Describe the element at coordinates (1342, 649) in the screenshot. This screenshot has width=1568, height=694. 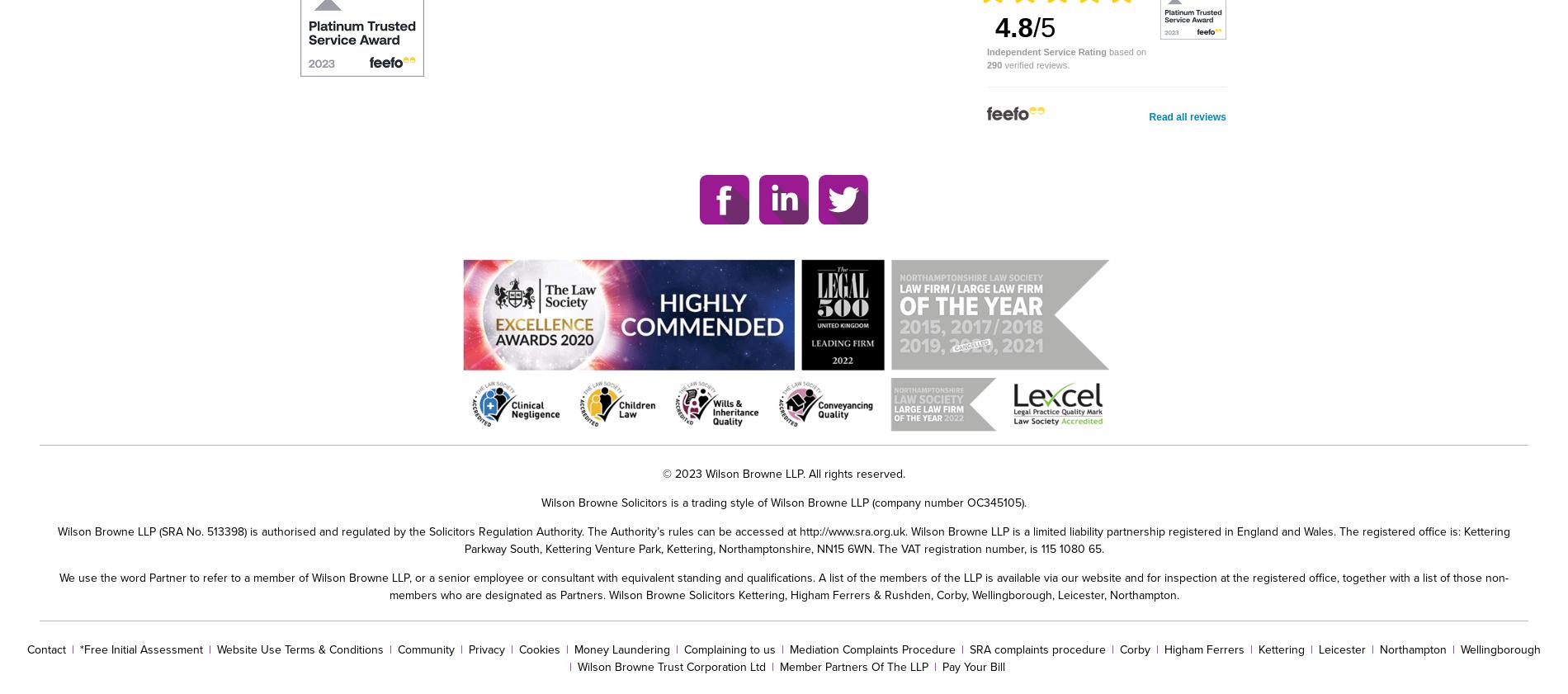
I see `'Leicester'` at that location.